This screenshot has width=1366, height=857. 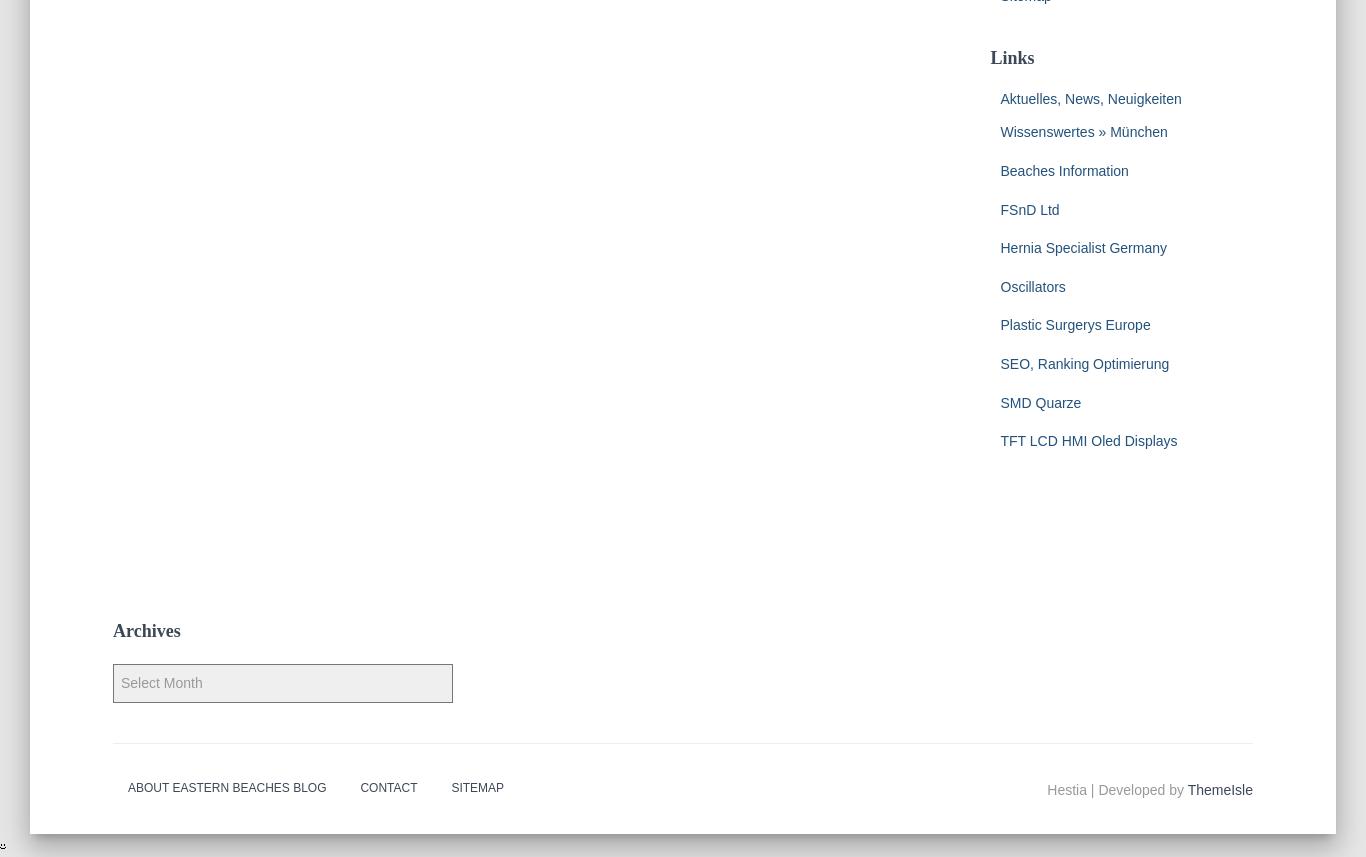 I want to click on 'Beaches Information', so click(x=1062, y=170).